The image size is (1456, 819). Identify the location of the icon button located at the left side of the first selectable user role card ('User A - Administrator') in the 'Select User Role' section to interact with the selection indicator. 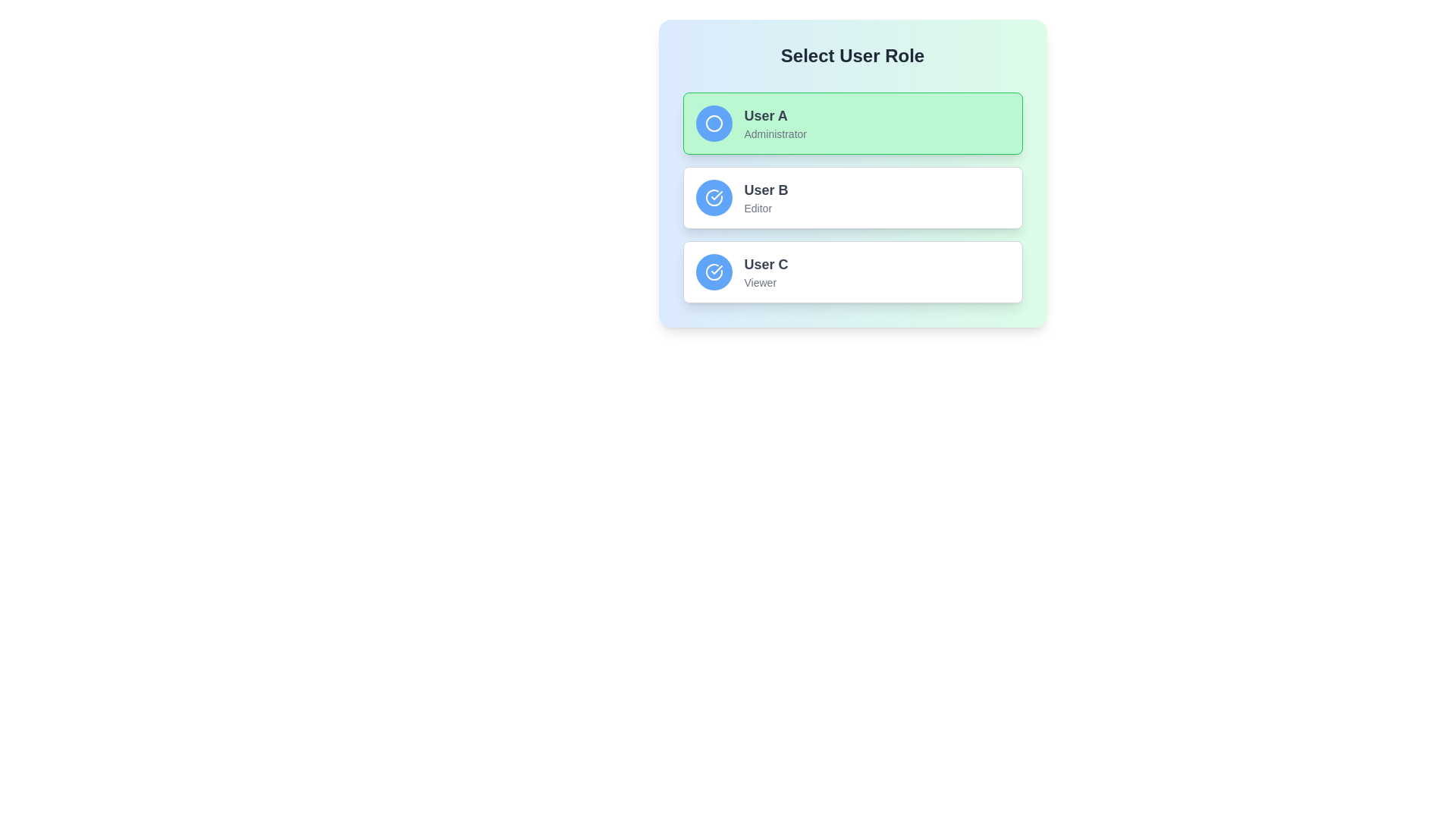
(713, 122).